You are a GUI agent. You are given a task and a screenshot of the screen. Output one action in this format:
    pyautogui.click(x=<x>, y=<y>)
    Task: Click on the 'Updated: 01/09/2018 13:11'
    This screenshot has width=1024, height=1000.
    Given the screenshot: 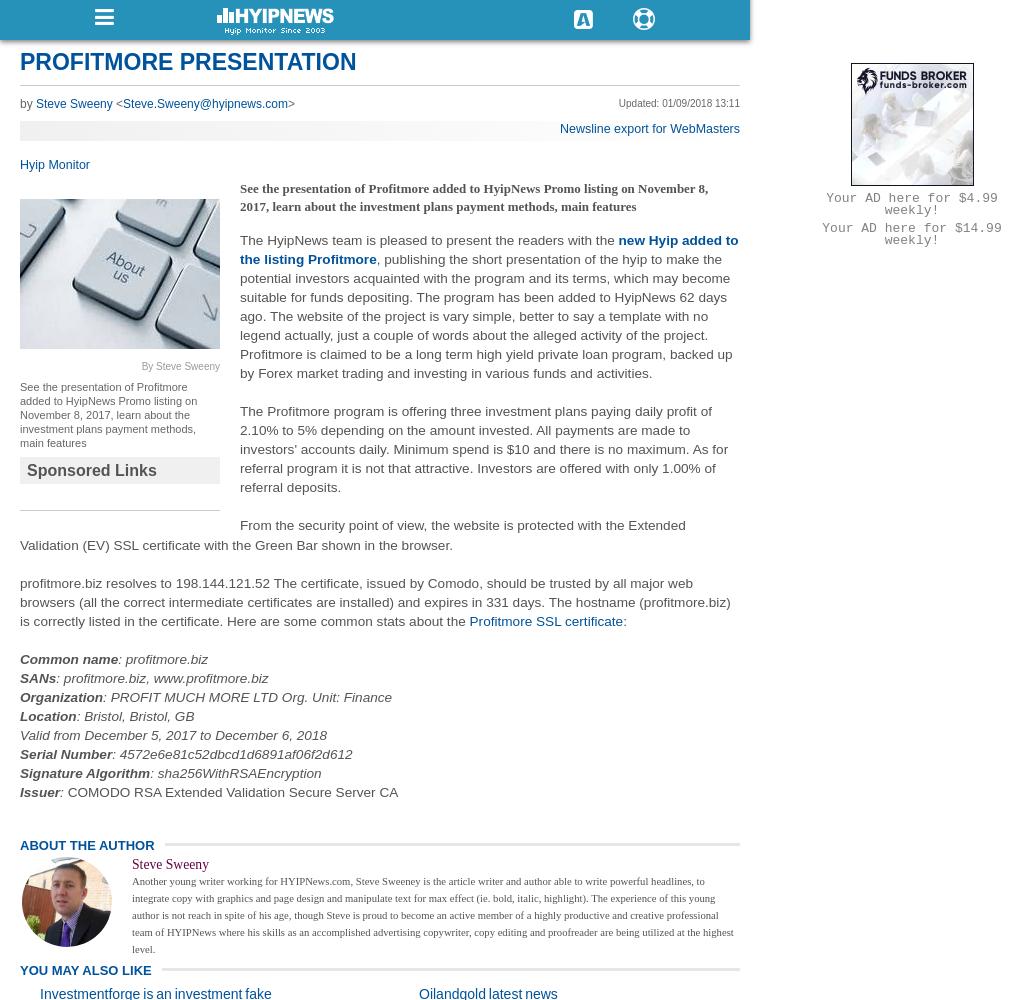 What is the action you would take?
    pyautogui.click(x=617, y=102)
    